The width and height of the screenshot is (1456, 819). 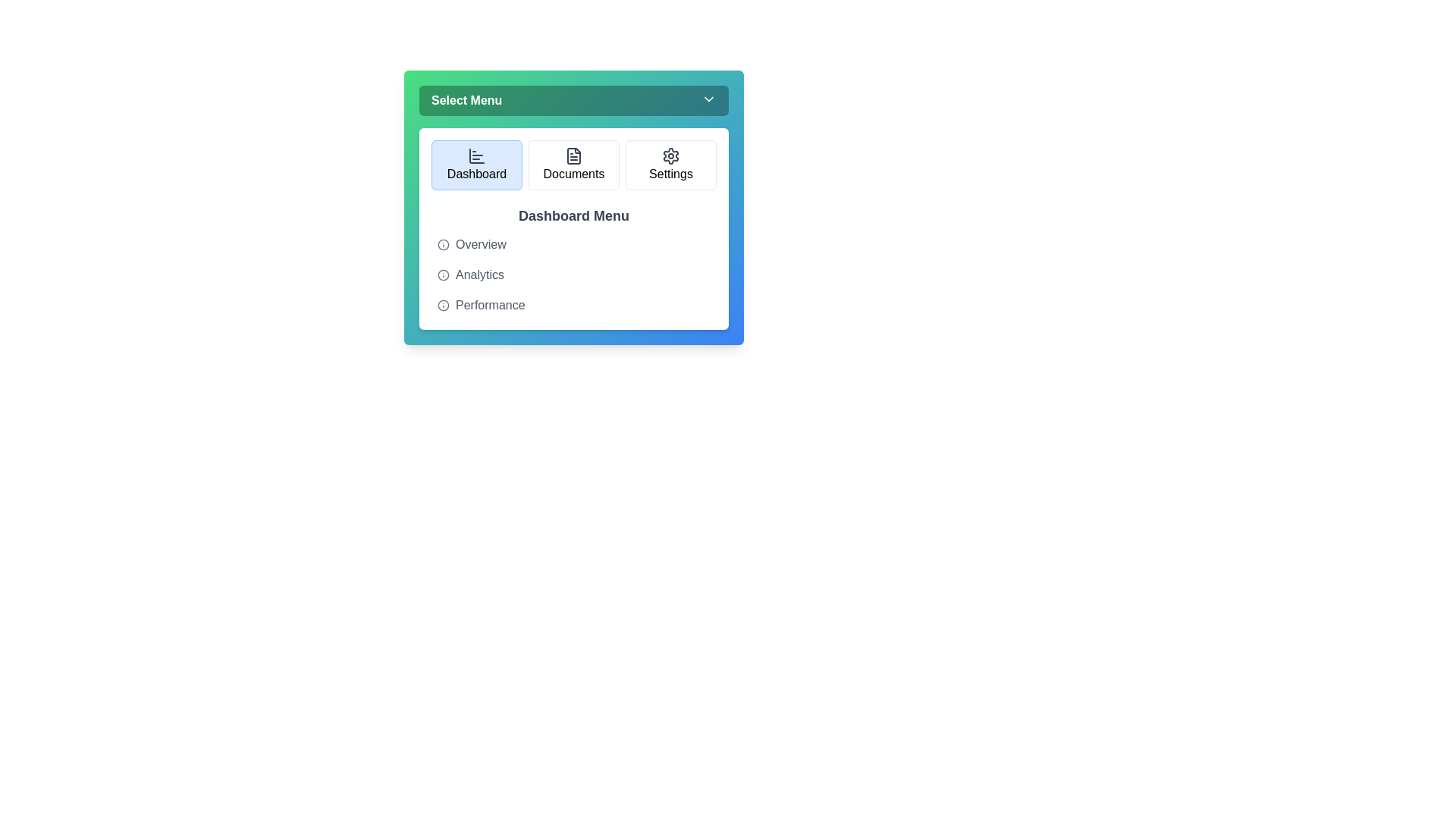 I want to click on the Dropdown indicator icon located at the far right end of the green header bar labeled 'Select Menu', so click(x=708, y=99).